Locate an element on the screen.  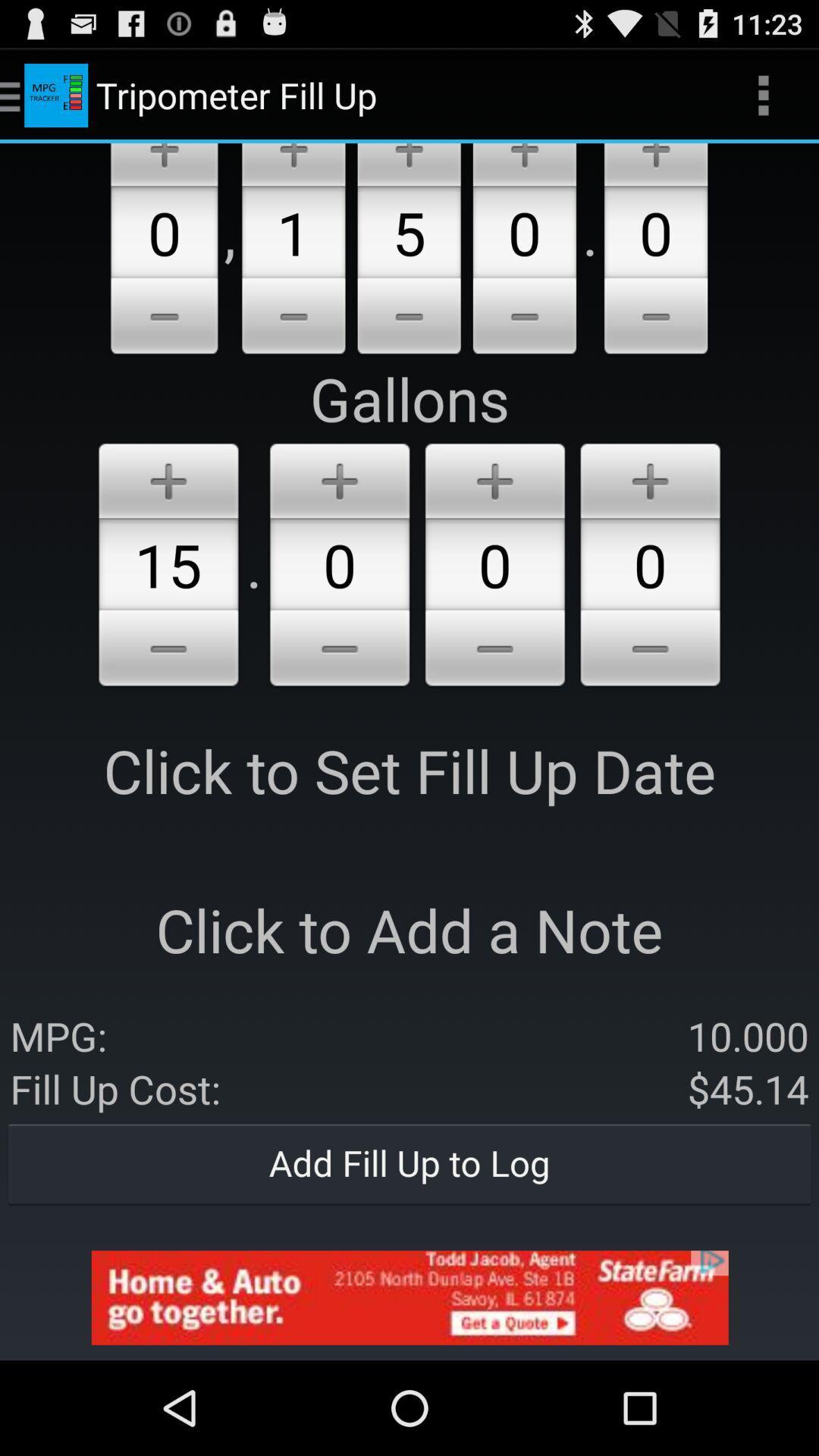
minus option is located at coordinates (494, 651).